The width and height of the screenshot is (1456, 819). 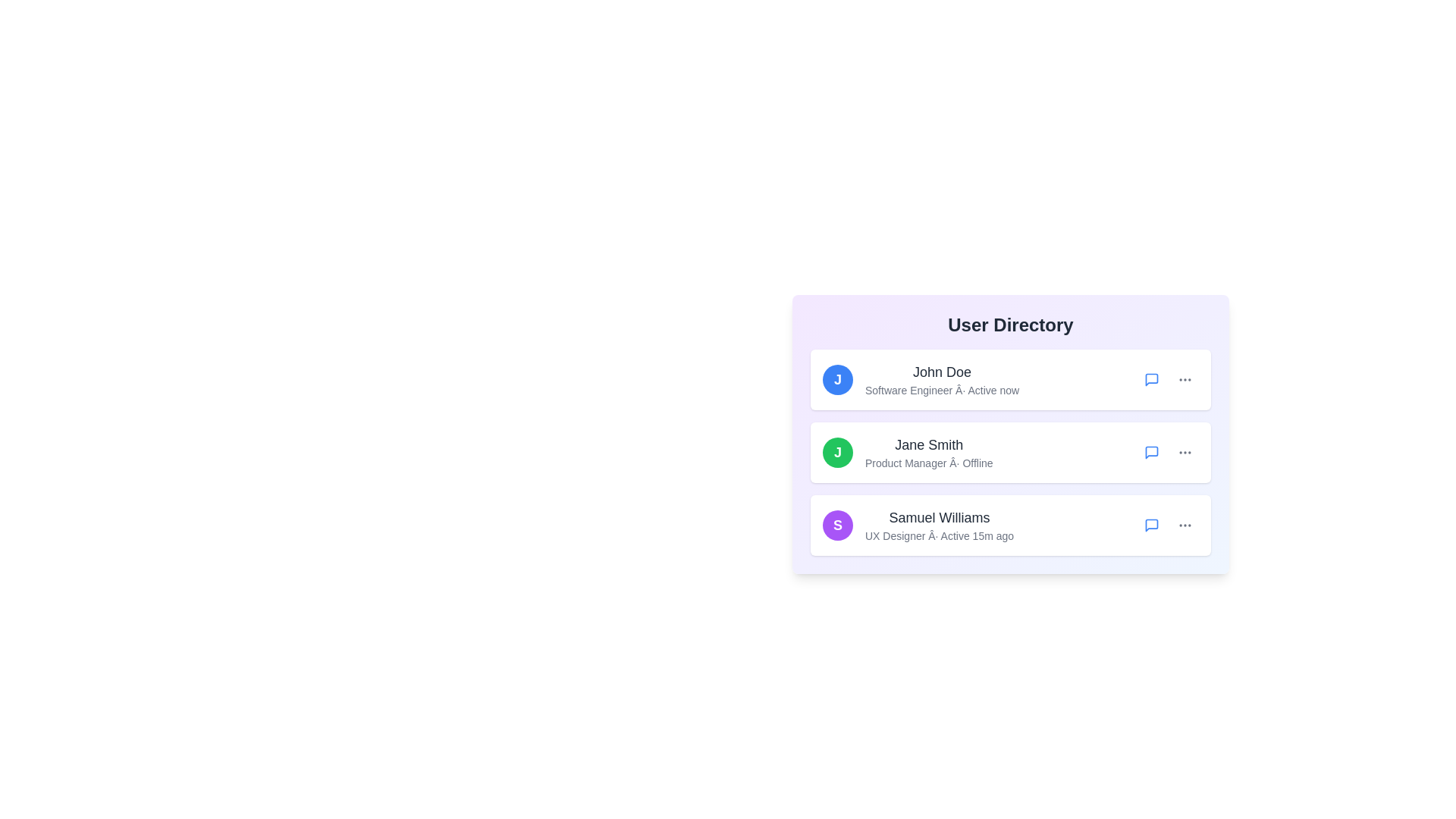 I want to click on the 'More Options' button for the user John Doe, so click(x=1185, y=379).